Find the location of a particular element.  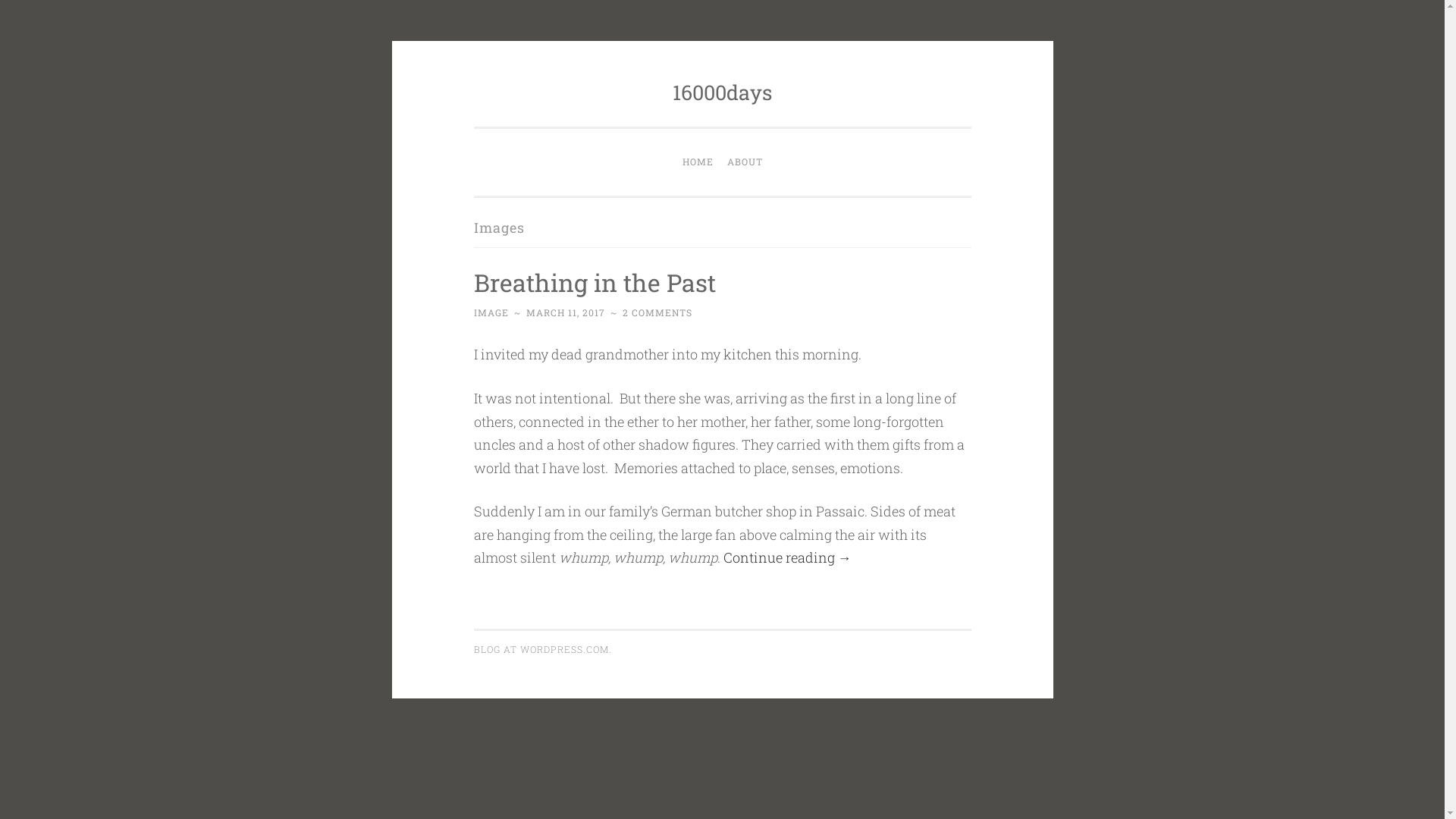

'IMAGE' is located at coordinates (472, 312).